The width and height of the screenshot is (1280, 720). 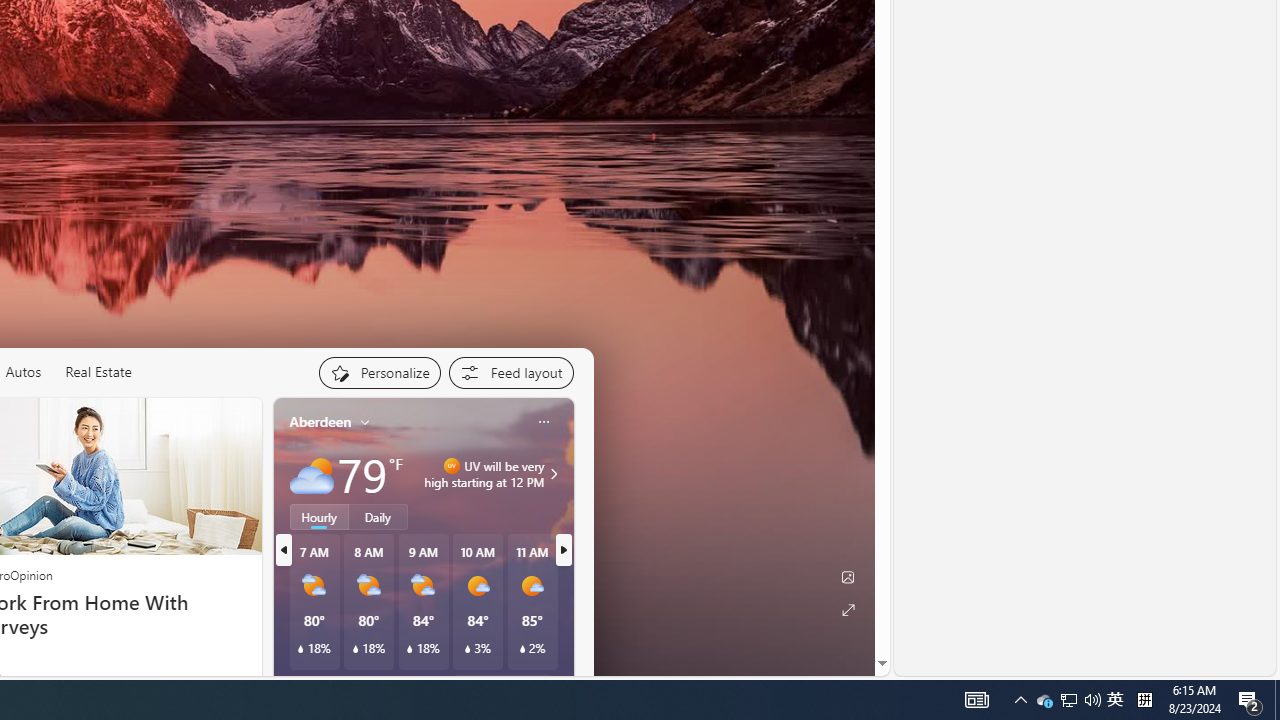 I want to click on 'Autos', so click(x=23, y=371).